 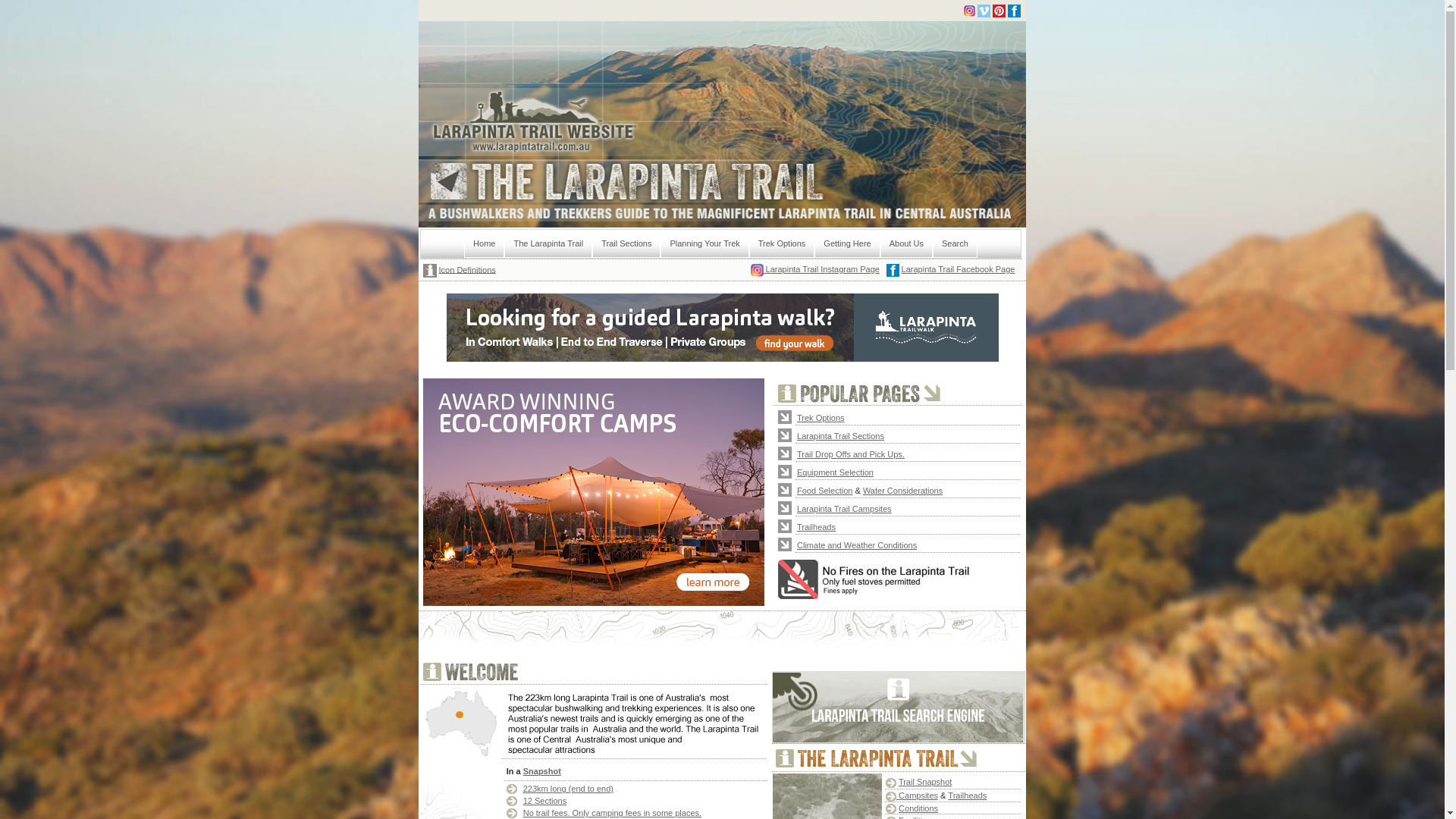 I want to click on 'The Larapinta Trail', so click(x=548, y=243).